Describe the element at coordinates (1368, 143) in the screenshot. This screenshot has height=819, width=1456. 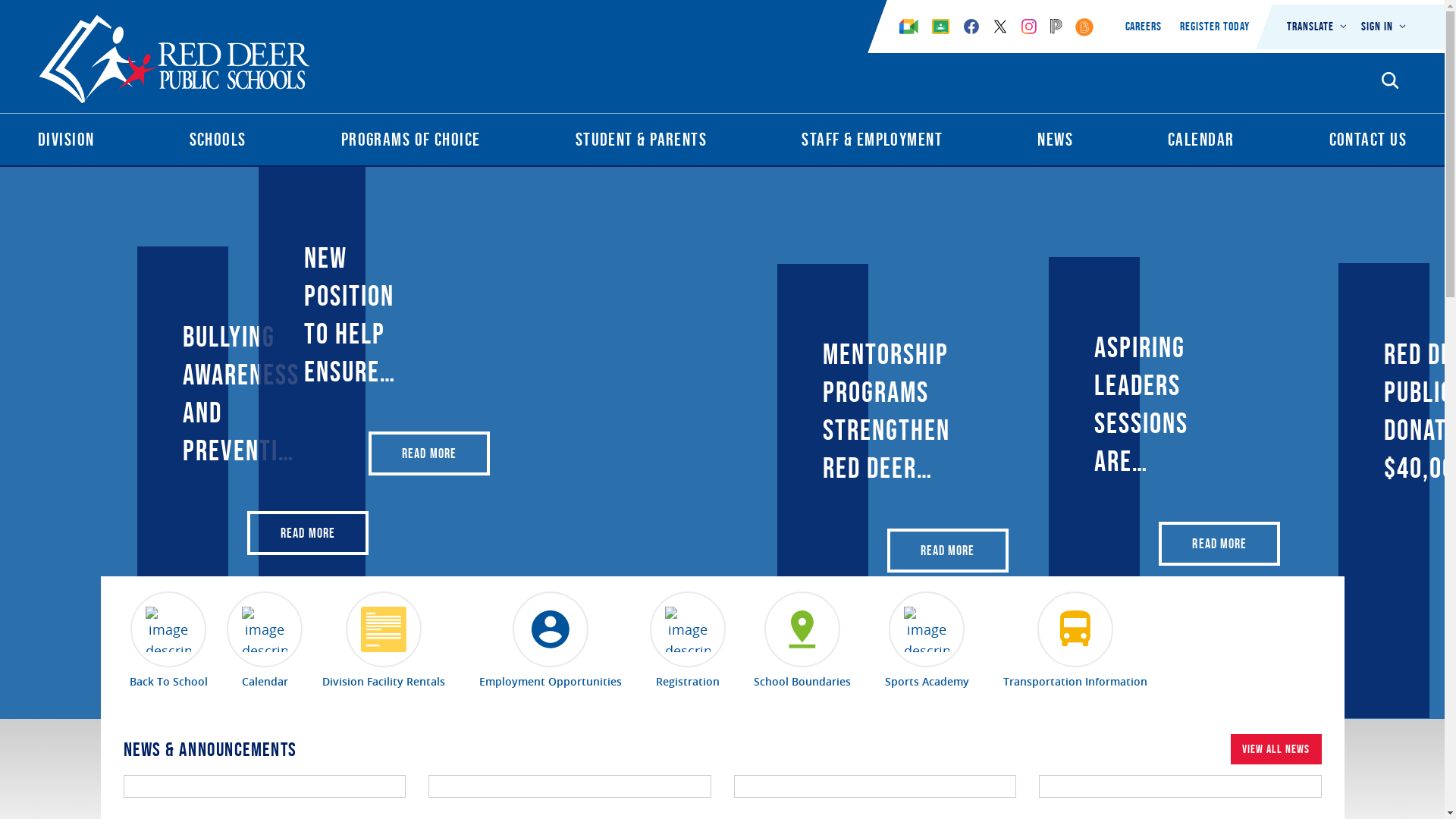
I see `'Contact Us'` at that location.